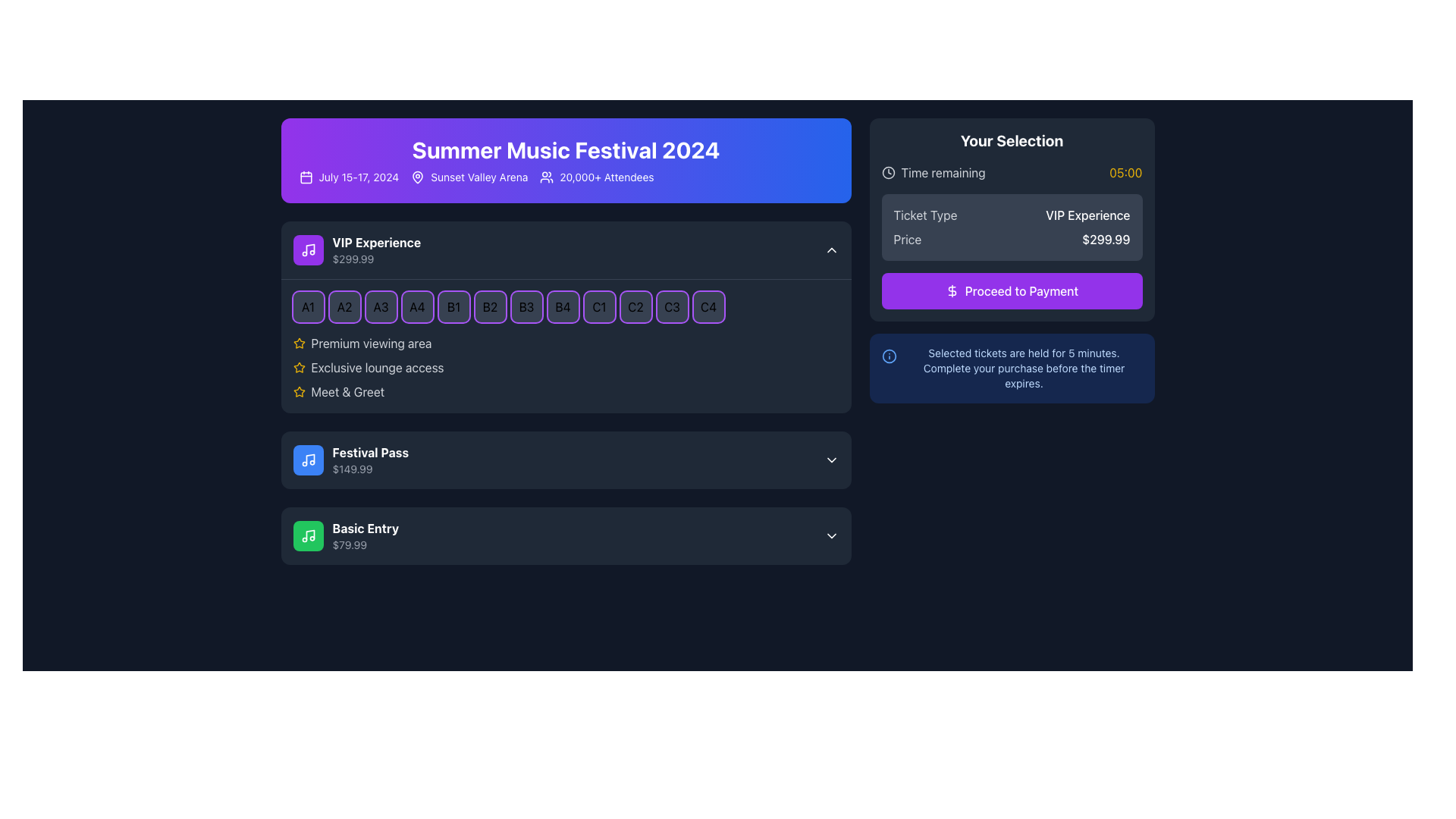  What do you see at coordinates (345, 535) in the screenshot?
I see `the 'Basic Entry' ticket option priced at $79.99, which is the last ticket option in the list below the 'Festival Pass' option` at bounding box center [345, 535].